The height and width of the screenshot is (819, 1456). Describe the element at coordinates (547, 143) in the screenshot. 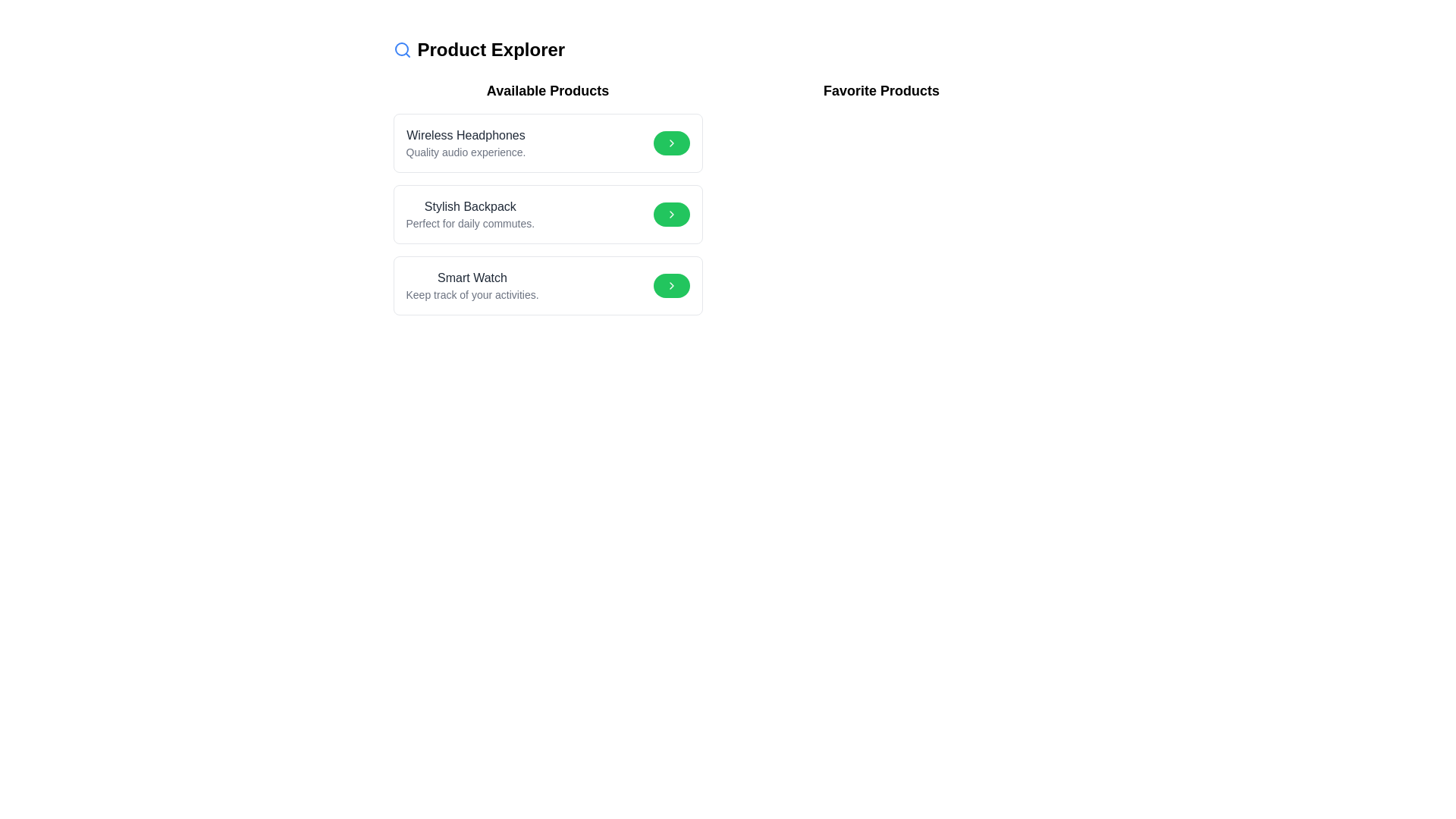

I see `the 'Wireless Headphones' card located in the 'Available Products' section` at that location.